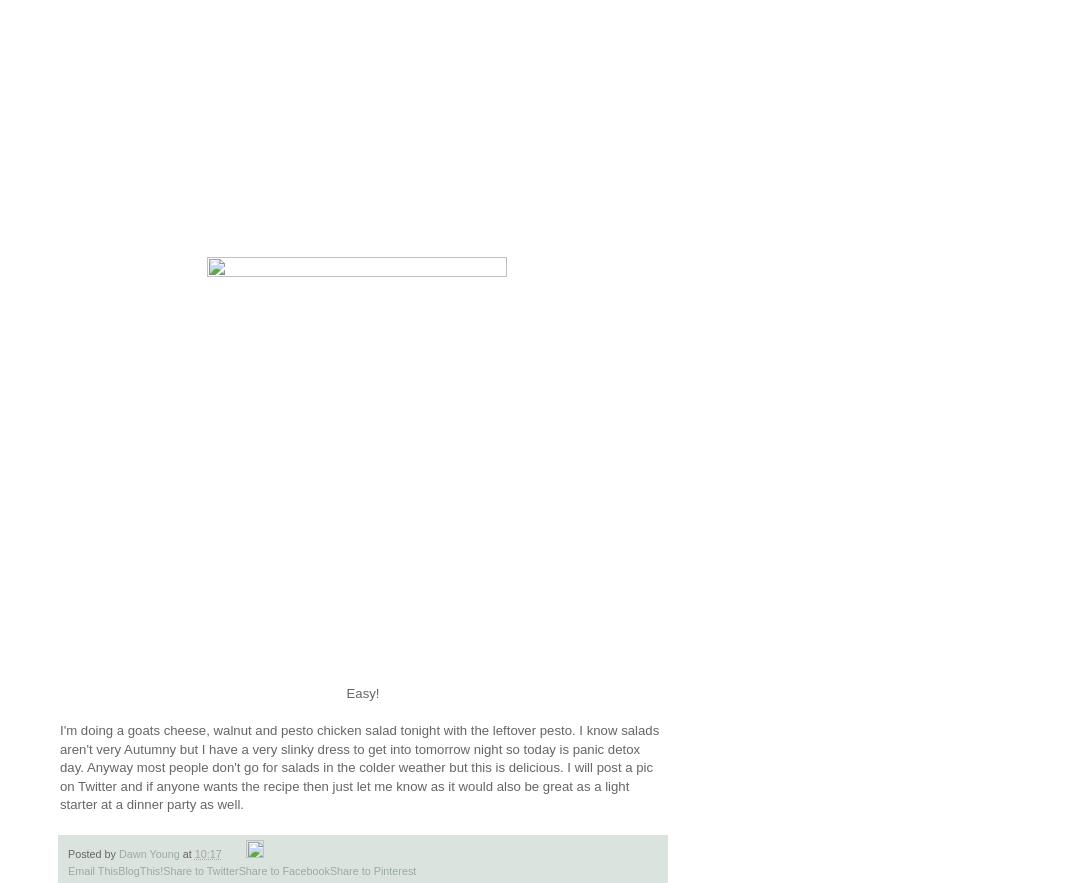 This screenshot has width=1068, height=883. I want to click on 'BlogThis!', so click(140, 869).